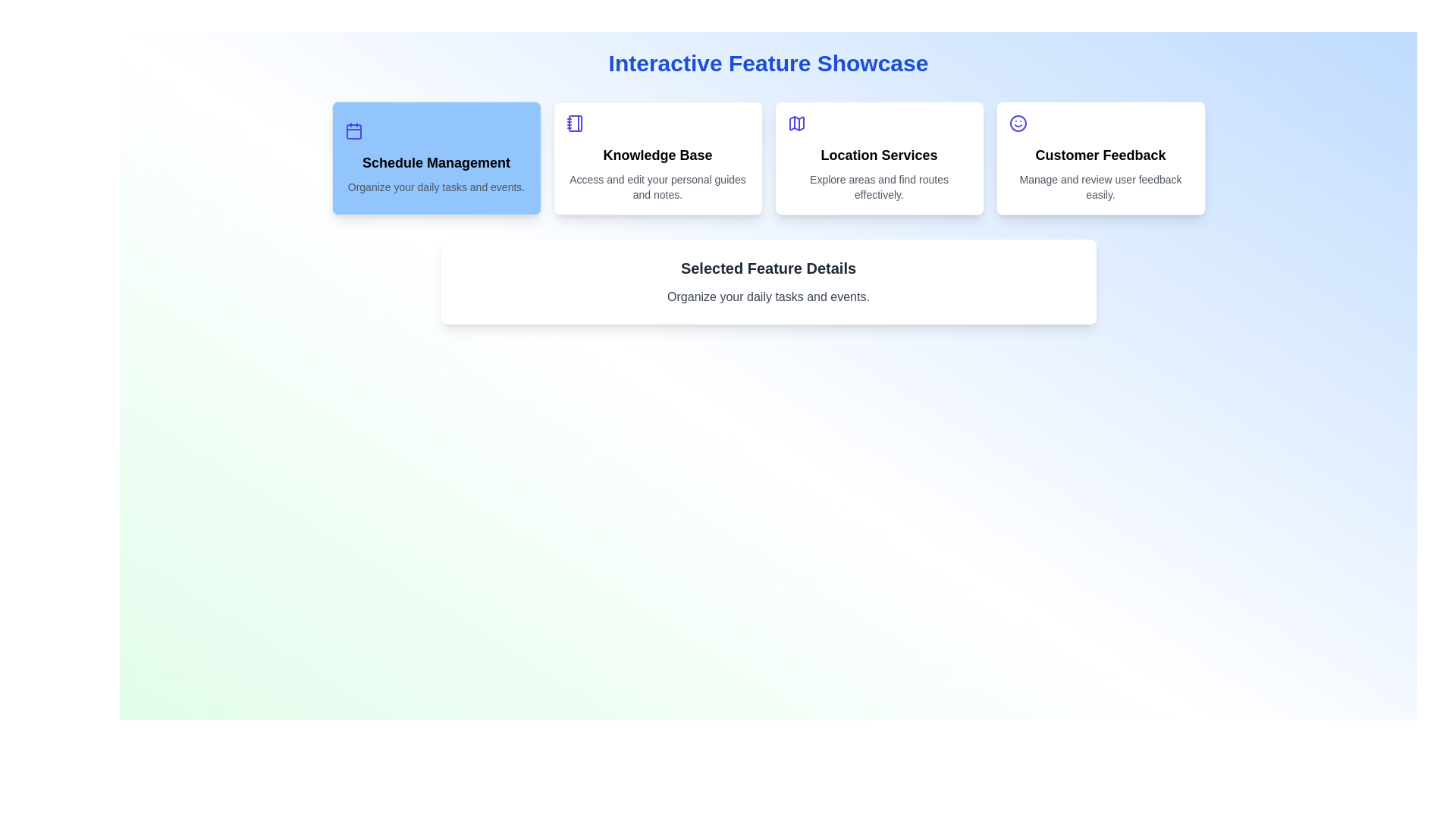 The height and width of the screenshot is (819, 1456). What do you see at coordinates (657, 186) in the screenshot?
I see `the static text displaying 'Access and edit your personal guides and notes.' located beneath the title 'Knowledge Base' in the second column of cards` at bounding box center [657, 186].